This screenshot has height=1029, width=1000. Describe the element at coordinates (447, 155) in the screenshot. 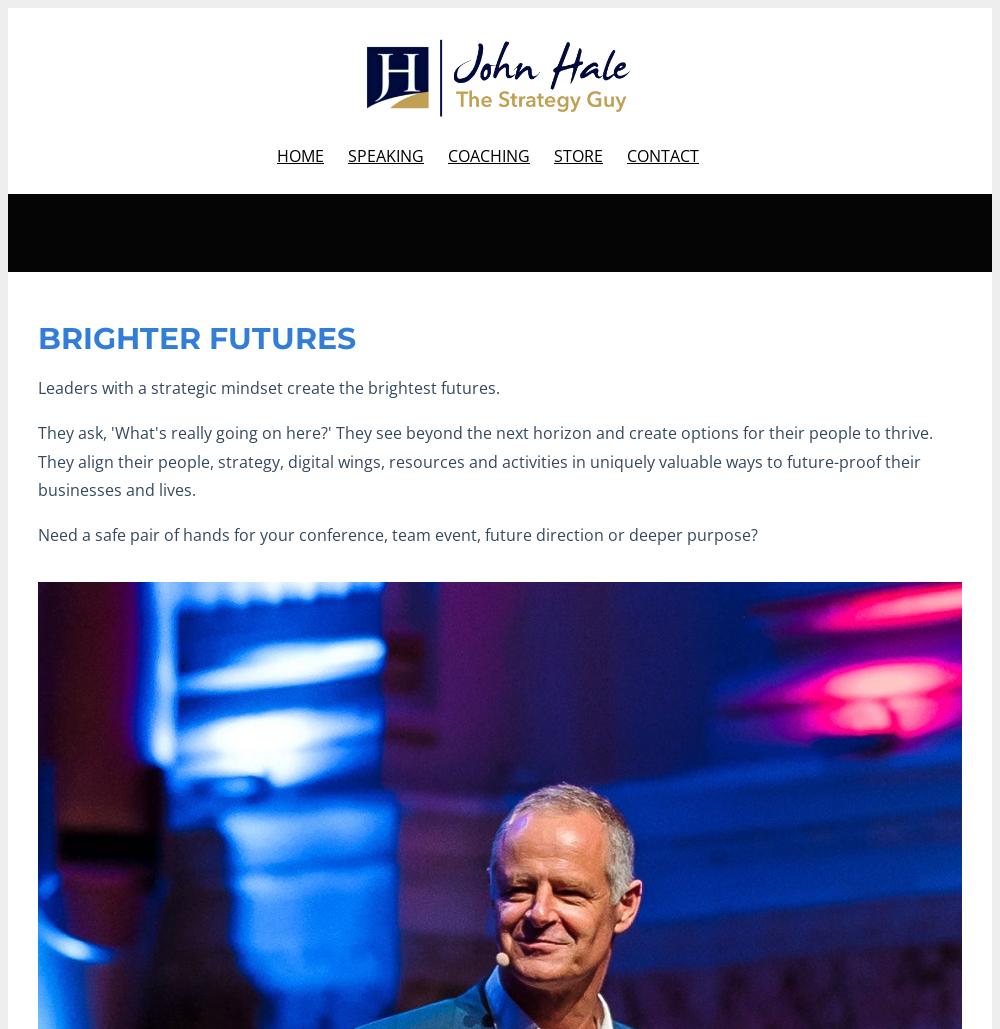

I see `'COACHING'` at that location.